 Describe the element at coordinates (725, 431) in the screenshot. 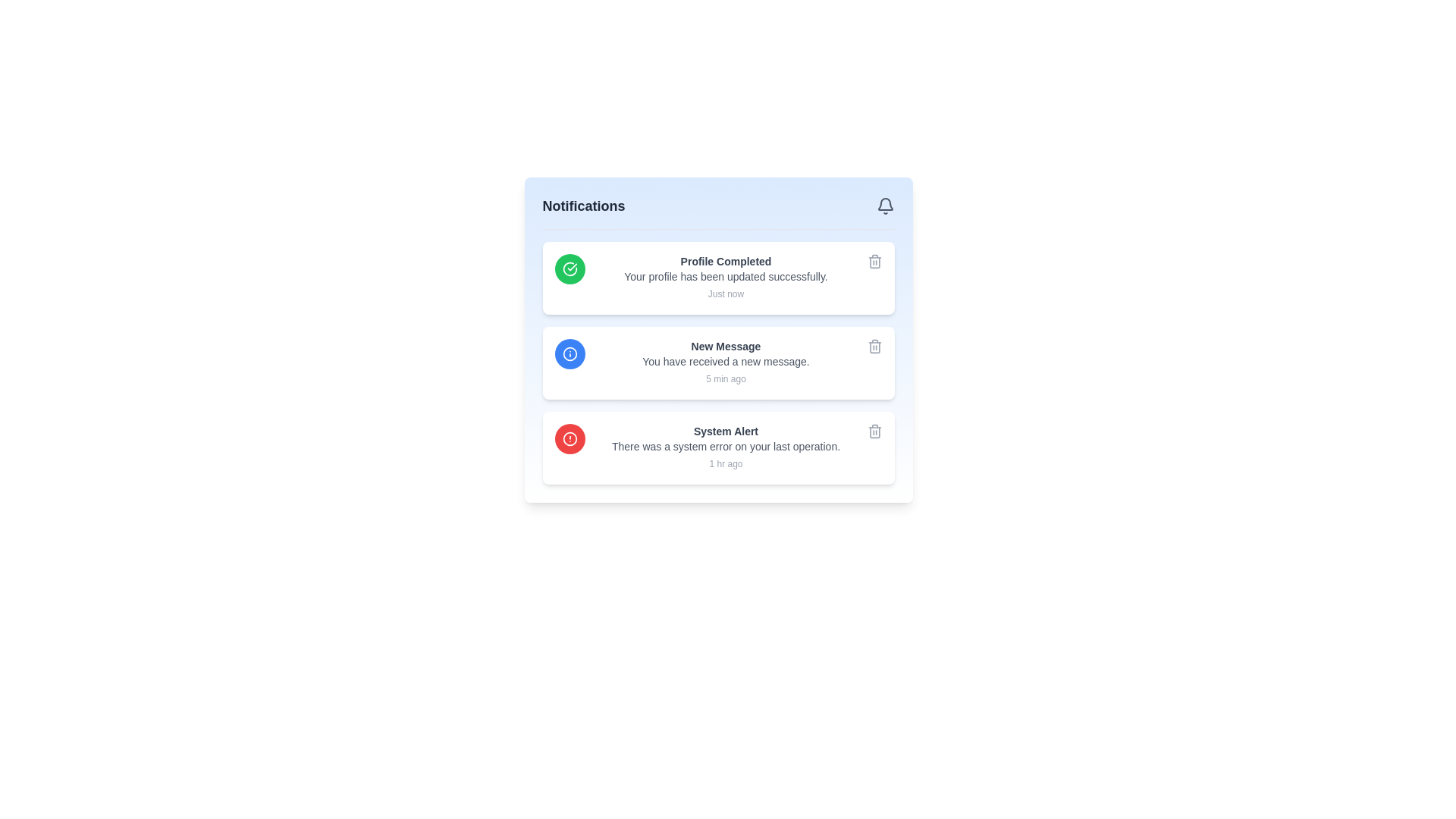

I see `the Text label that serves as the title of a notification message within the bottom portion of a stack of cards in the notification pane` at that location.